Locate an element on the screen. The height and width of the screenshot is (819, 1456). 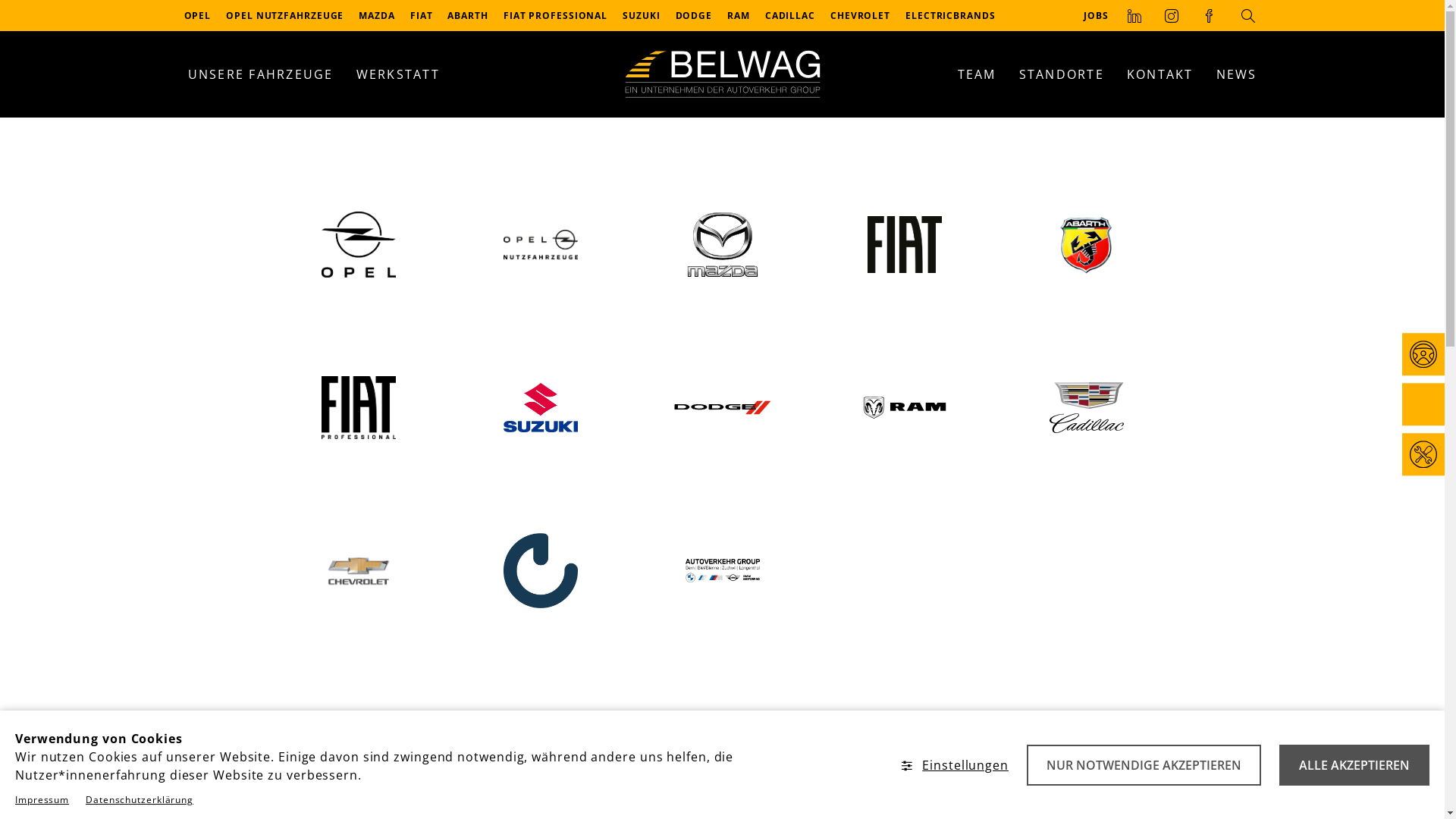
'Facebook' is located at coordinates (1208, 14).